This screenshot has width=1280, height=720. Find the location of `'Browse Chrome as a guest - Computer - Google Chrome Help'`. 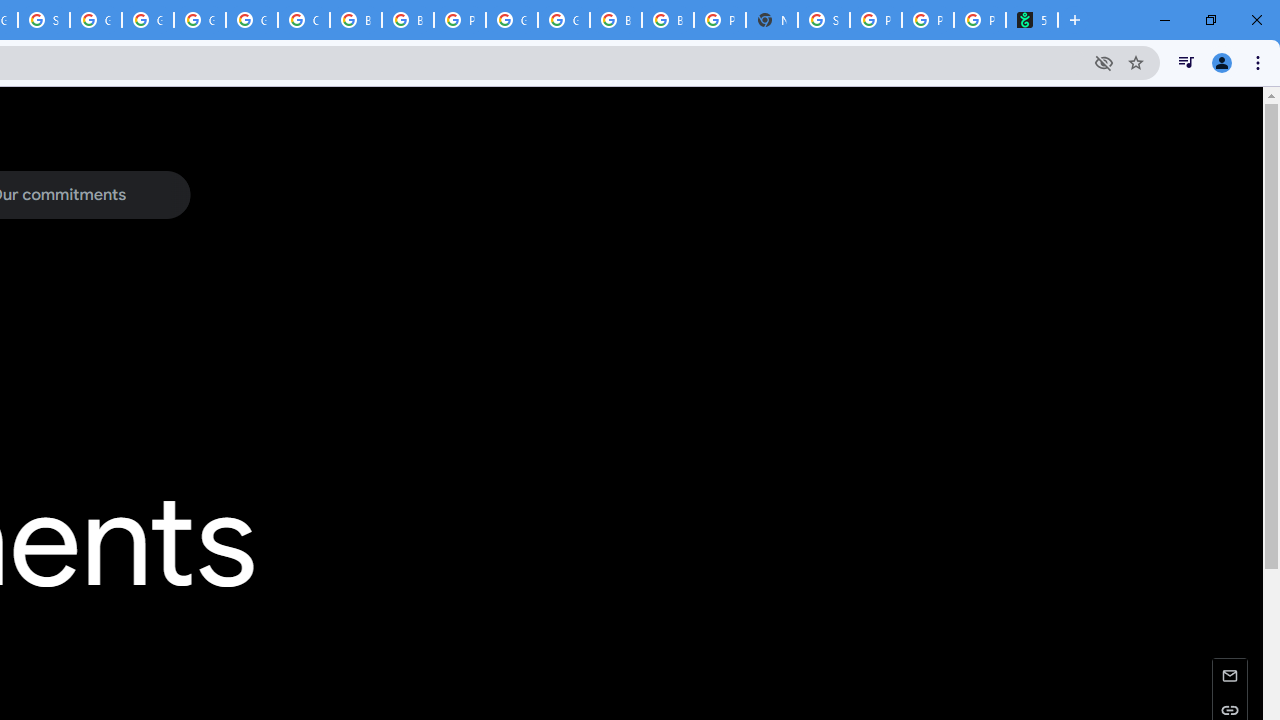

'Browse Chrome as a guest - Computer - Google Chrome Help' is located at coordinates (406, 20).